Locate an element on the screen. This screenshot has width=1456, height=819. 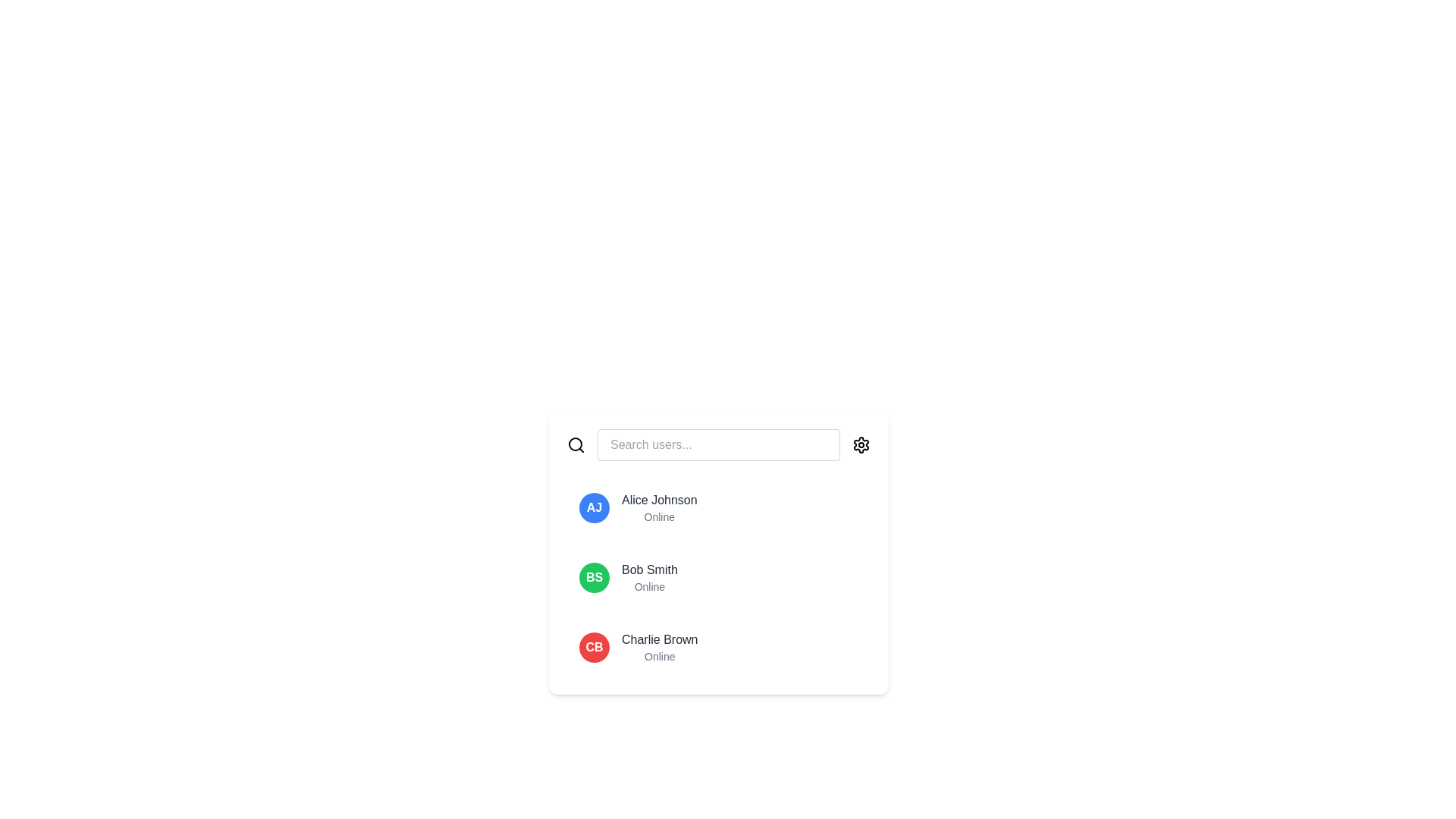
the user profile snippet displaying the name and online status, located below 'Alice Johnson' and above 'Charlie Brown' in the contact list is located at coordinates (649, 578).